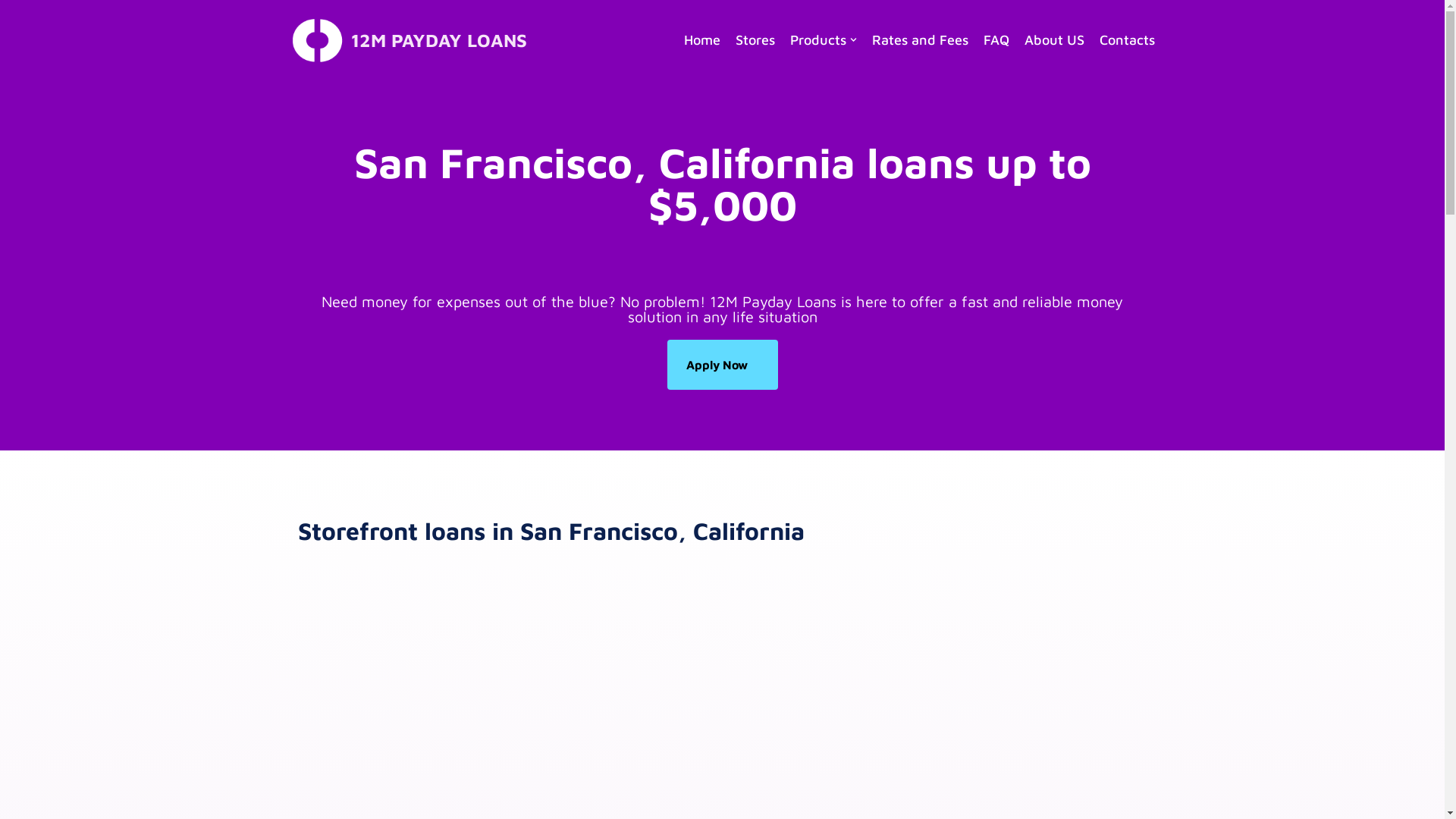  Describe the element at coordinates (701, 39) in the screenshot. I see `'Home'` at that location.